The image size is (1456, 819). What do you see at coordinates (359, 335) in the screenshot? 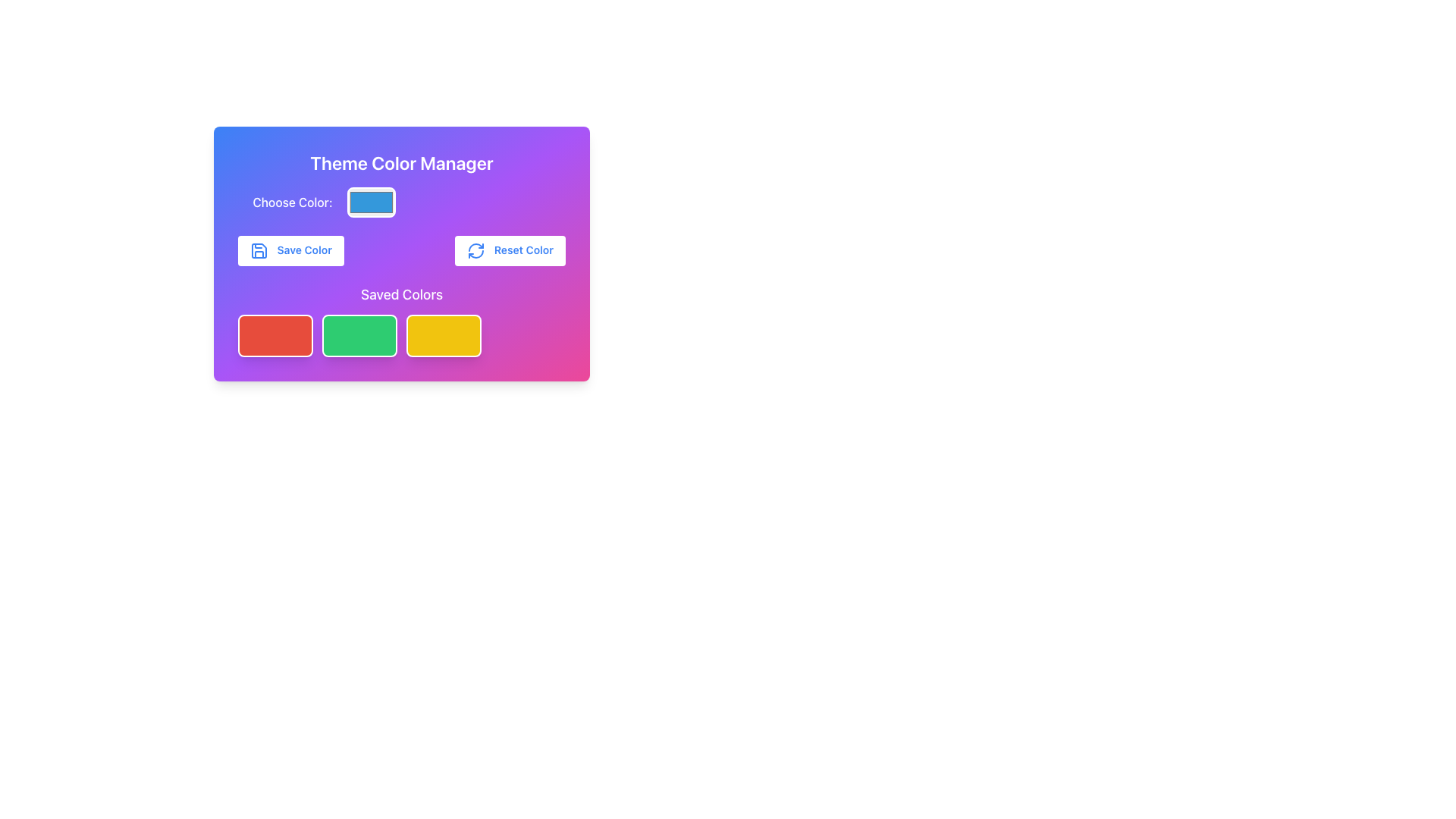
I see `the vibrant green color box with rounded corners, which is the second box in a horizontal sequence of color boxes within the 'Saved Colors' section` at bounding box center [359, 335].